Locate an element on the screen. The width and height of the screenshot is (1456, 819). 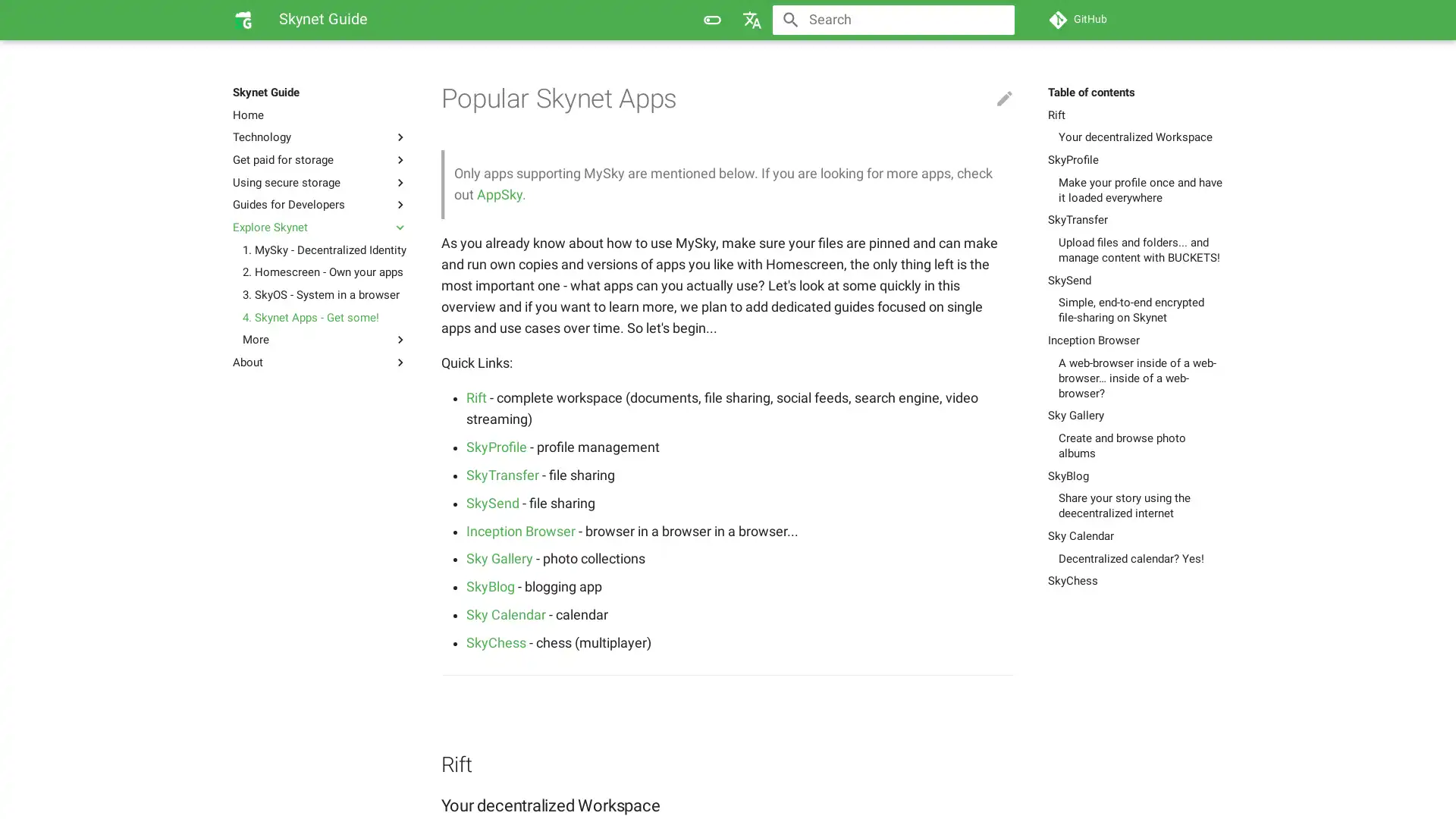
Clear is located at coordinates (996, 20).